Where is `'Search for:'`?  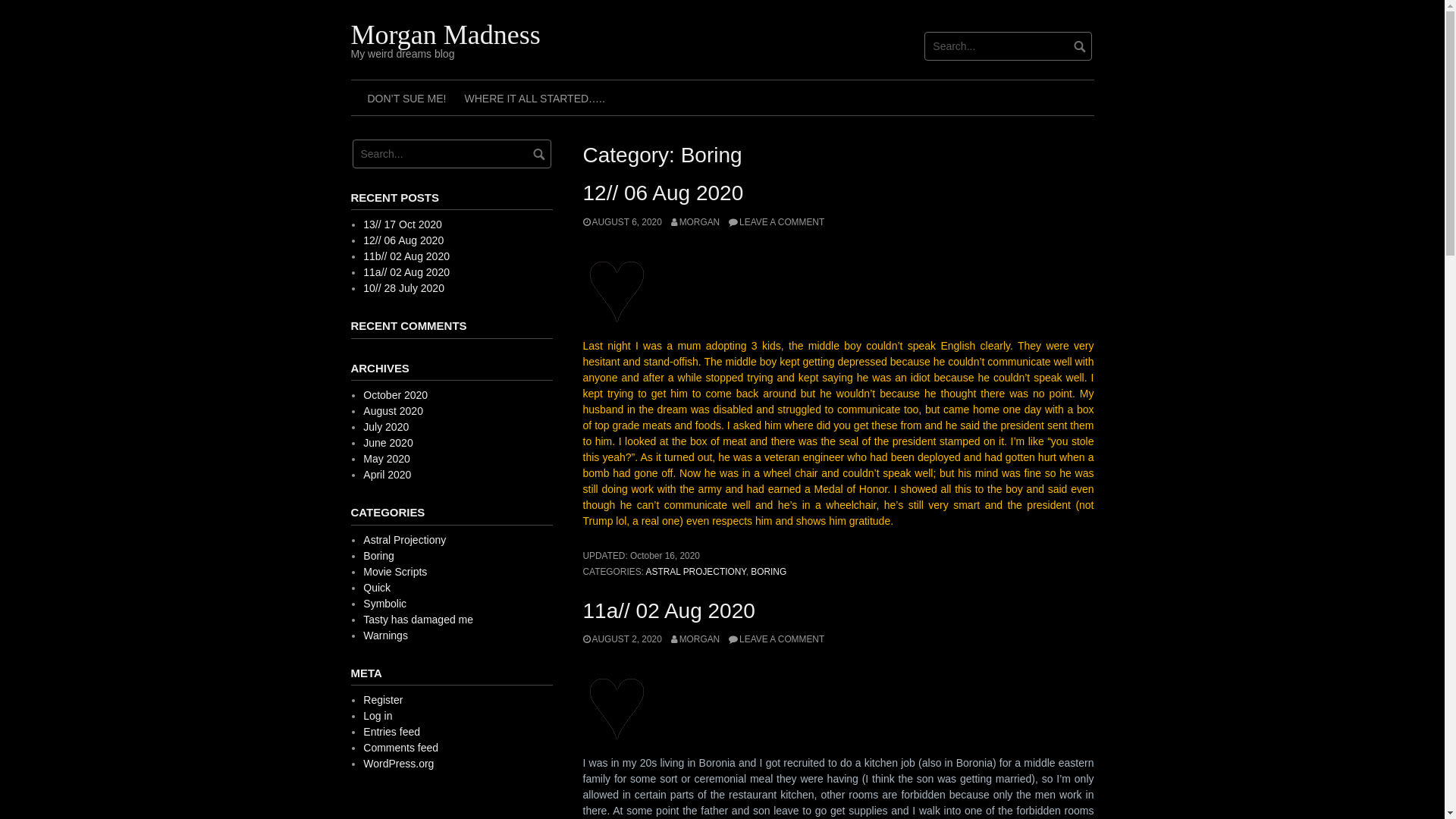
'Search for:' is located at coordinates (924, 45).